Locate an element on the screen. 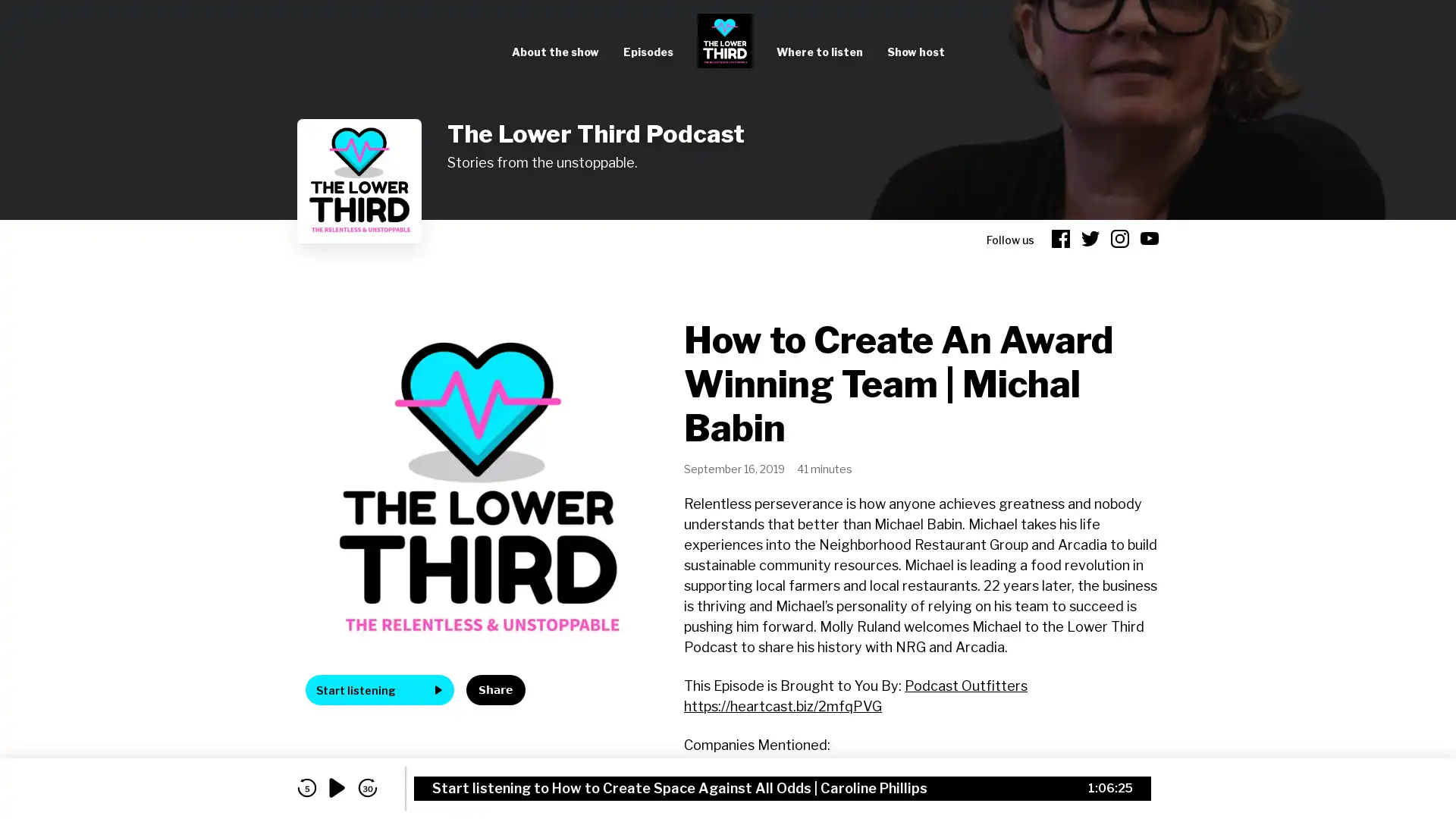 The width and height of the screenshot is (1456, 819). skip forward 30 seconds is located at coordinates (367, 787).